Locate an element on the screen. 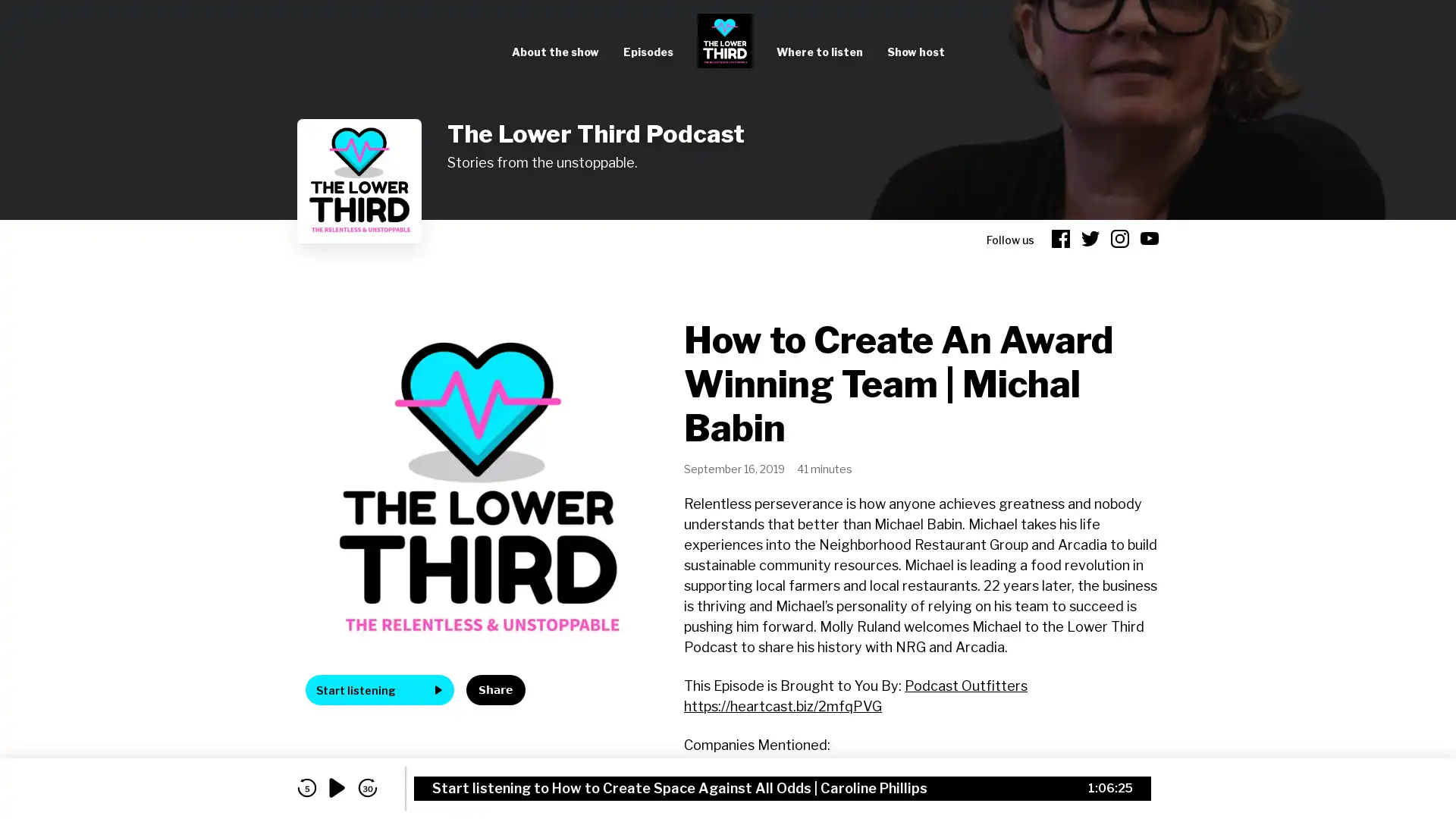 The width and height of the screenshot is (1456, 819). skip forward 30 seconds is located at coordinates (367, 787).